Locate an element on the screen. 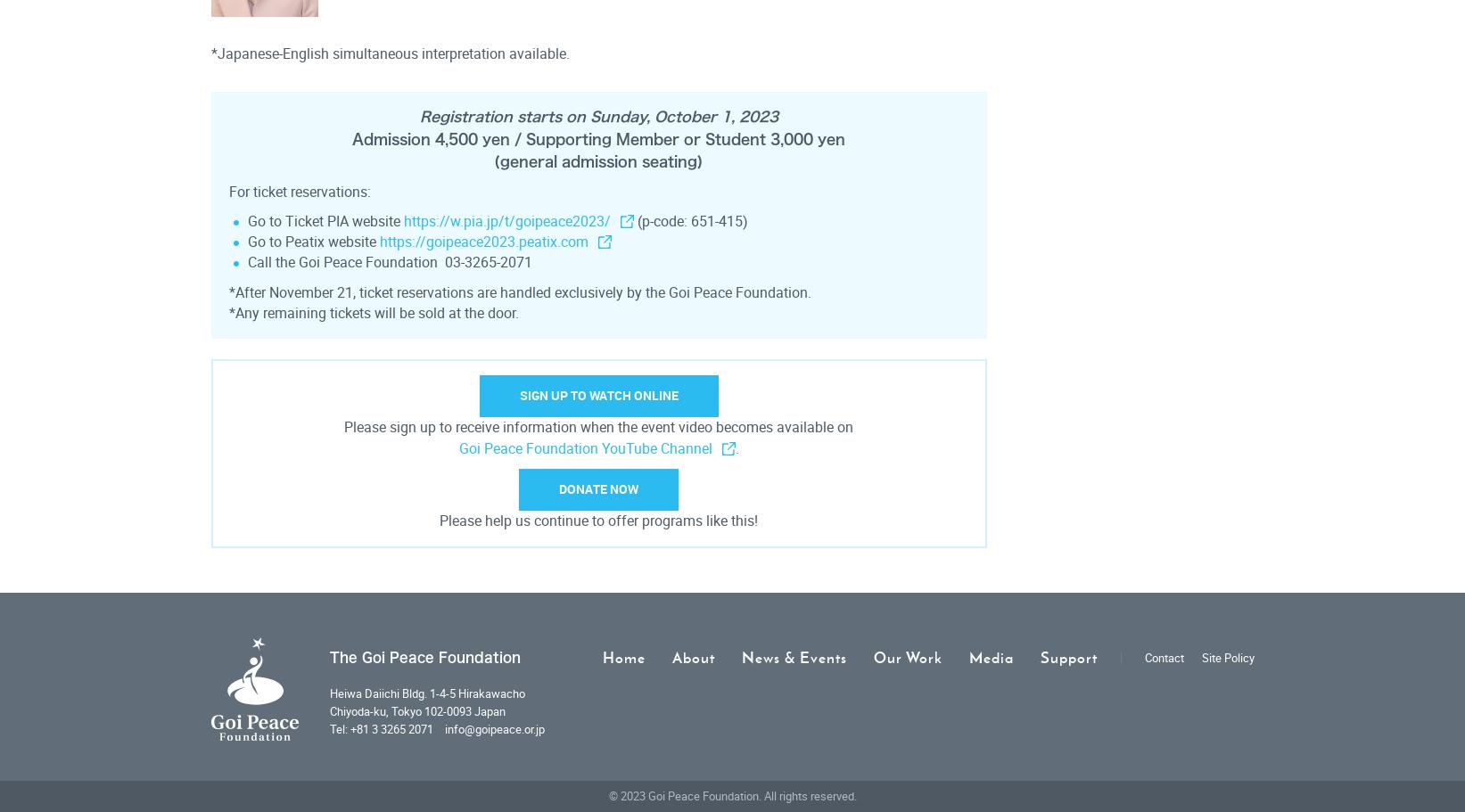 The height and width of the screenshot is (812, 1465). 'About' is located at coordinates (692, 656).